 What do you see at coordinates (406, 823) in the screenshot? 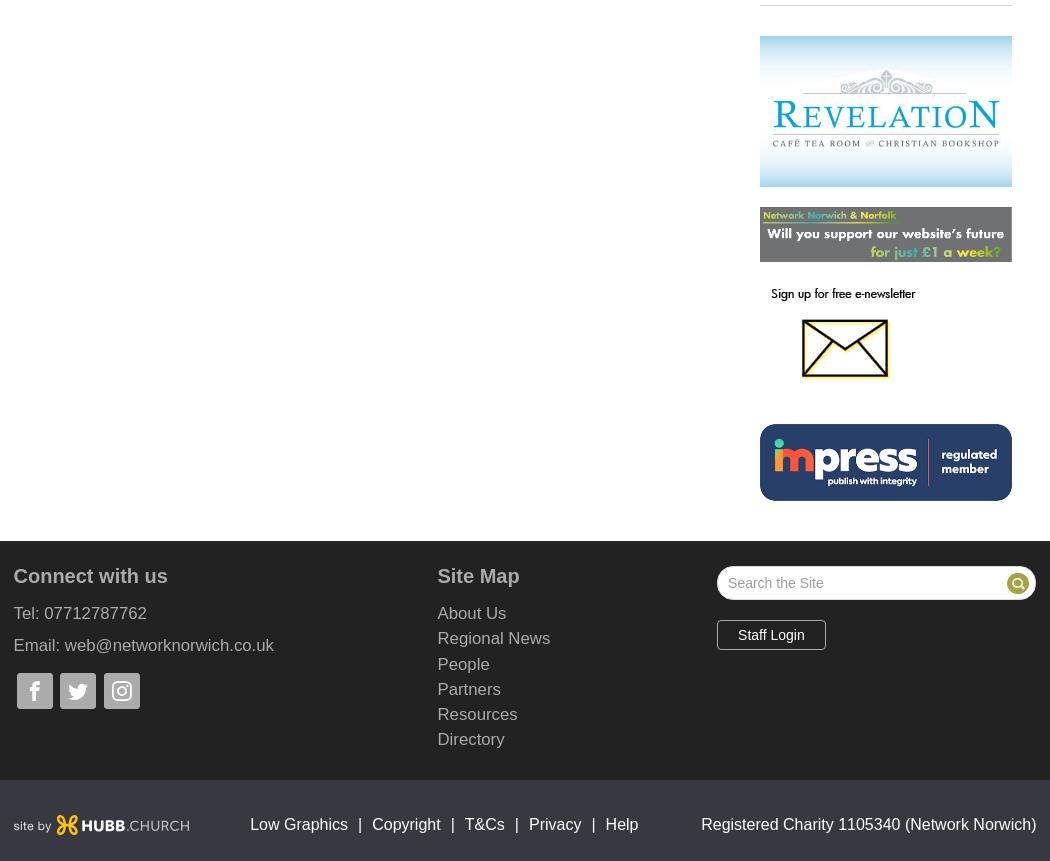
I see `'Copyright'` at bounding box center [406, 823].